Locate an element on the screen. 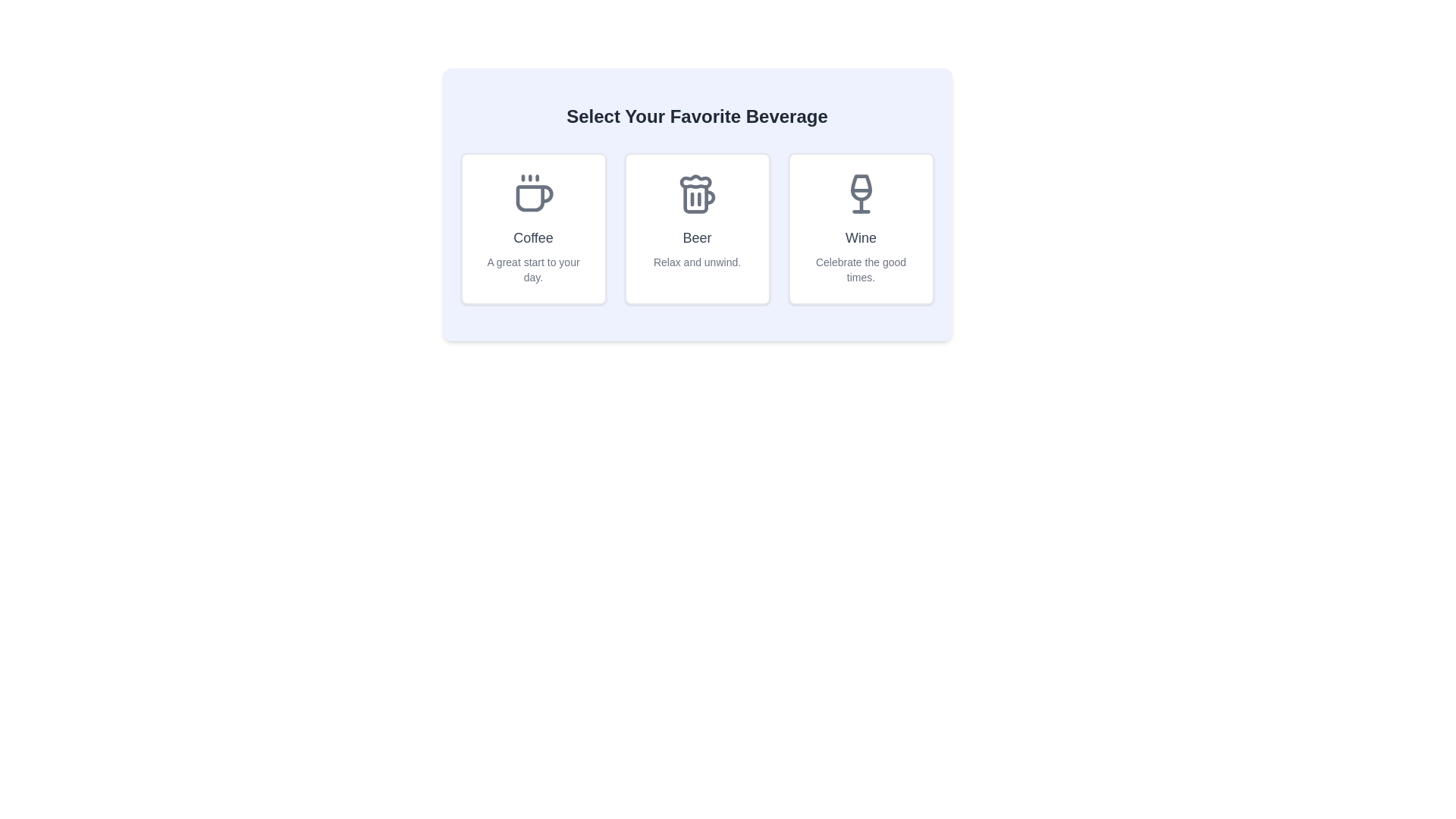 This screenshot has height=819, width=1456. the textual label displaying 'Relax and unwind.' located at the bottom of the 'Beer' card, which is styled in a small, gray font and aligned centrally is located at coordinates (696, 262).